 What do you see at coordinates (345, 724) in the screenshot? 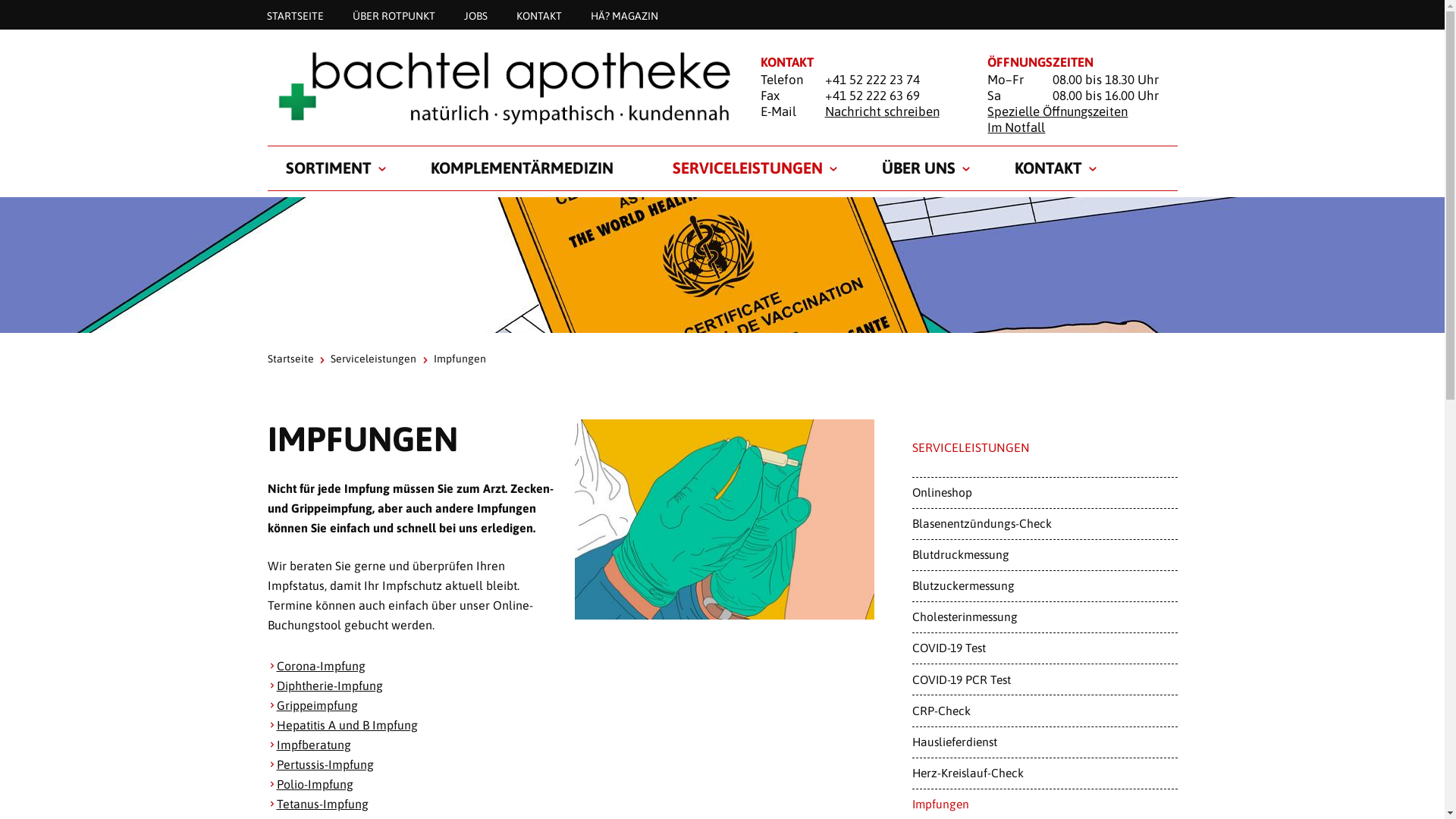
I see `'Hepatitis A und B Impfung'` at bounding box center [345, 724].